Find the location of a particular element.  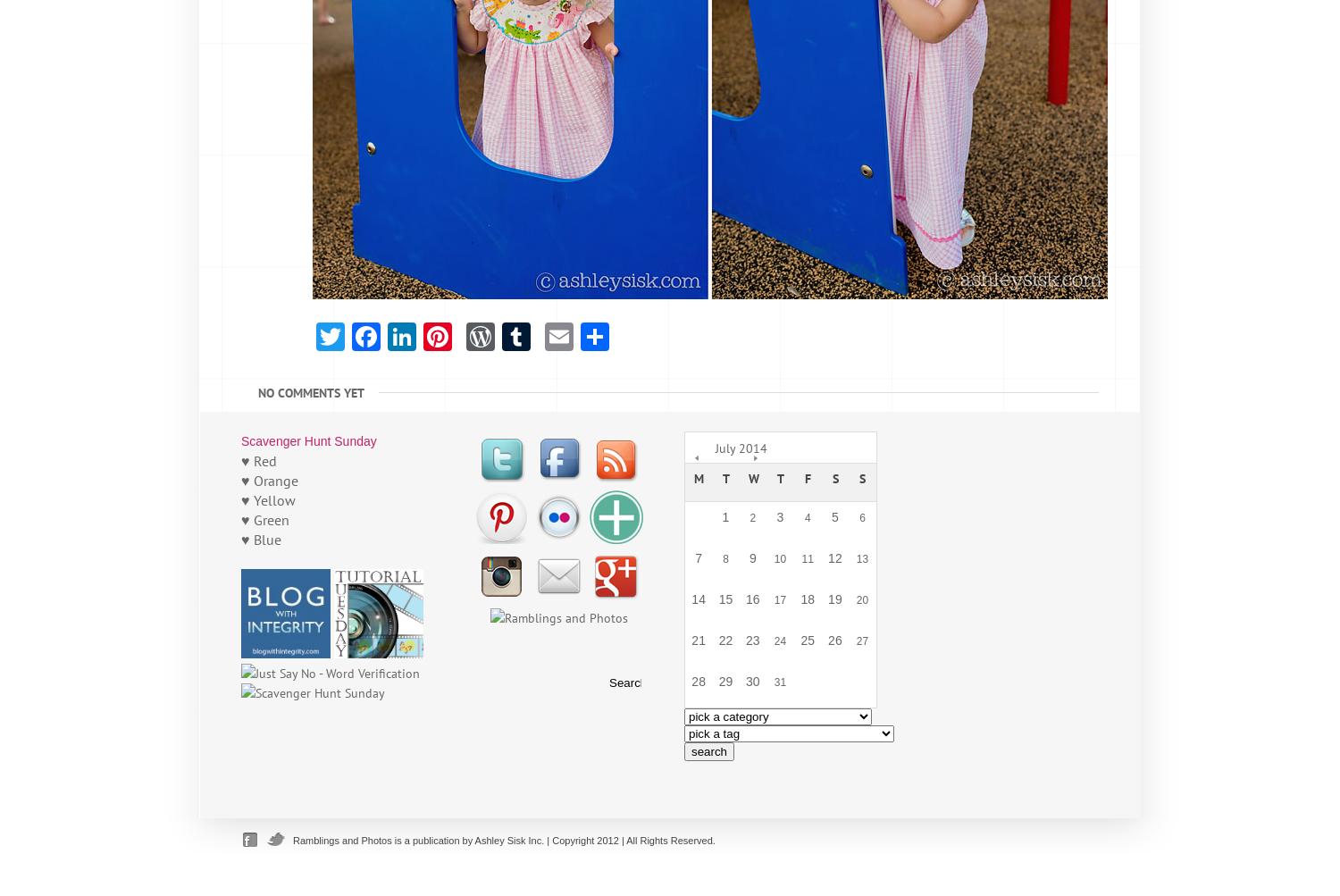

'♥ Red' is located at coordinates (241, 460).